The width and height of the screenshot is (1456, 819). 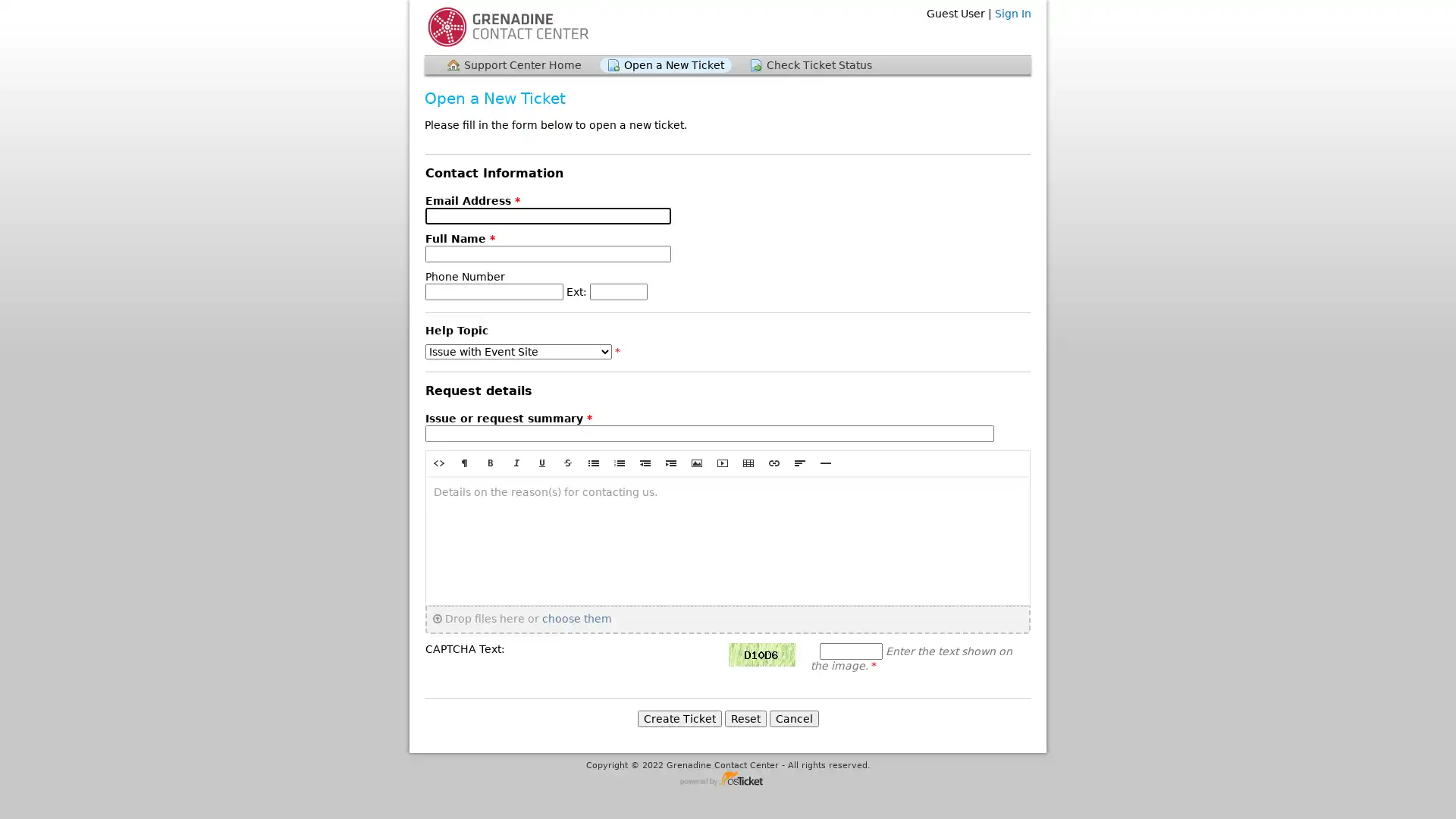 I want to click on Underline, so click(x=542, y=462).